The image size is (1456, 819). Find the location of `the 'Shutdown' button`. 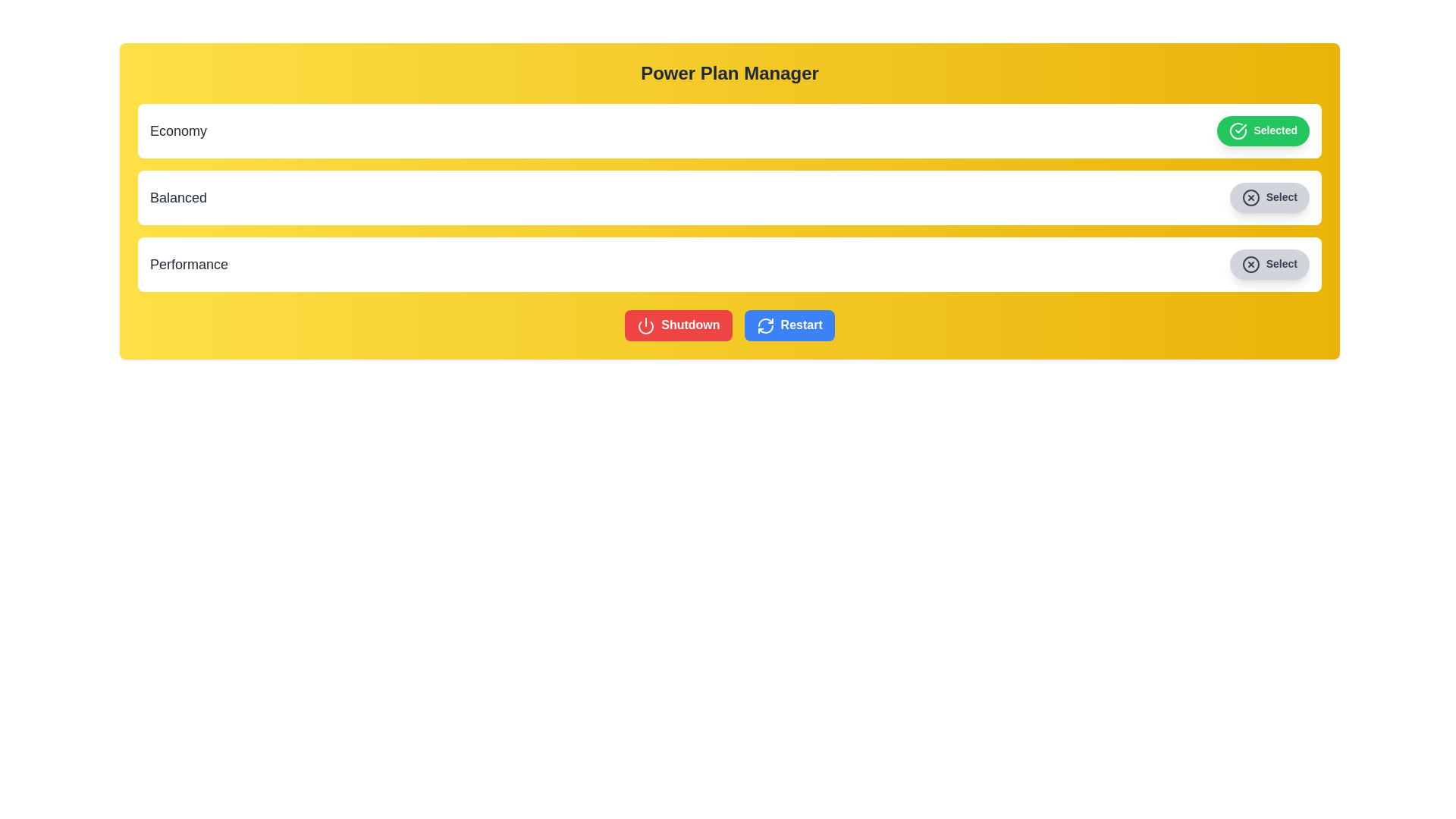

the 'Shutdown' button is located at coordinates (677, 325).